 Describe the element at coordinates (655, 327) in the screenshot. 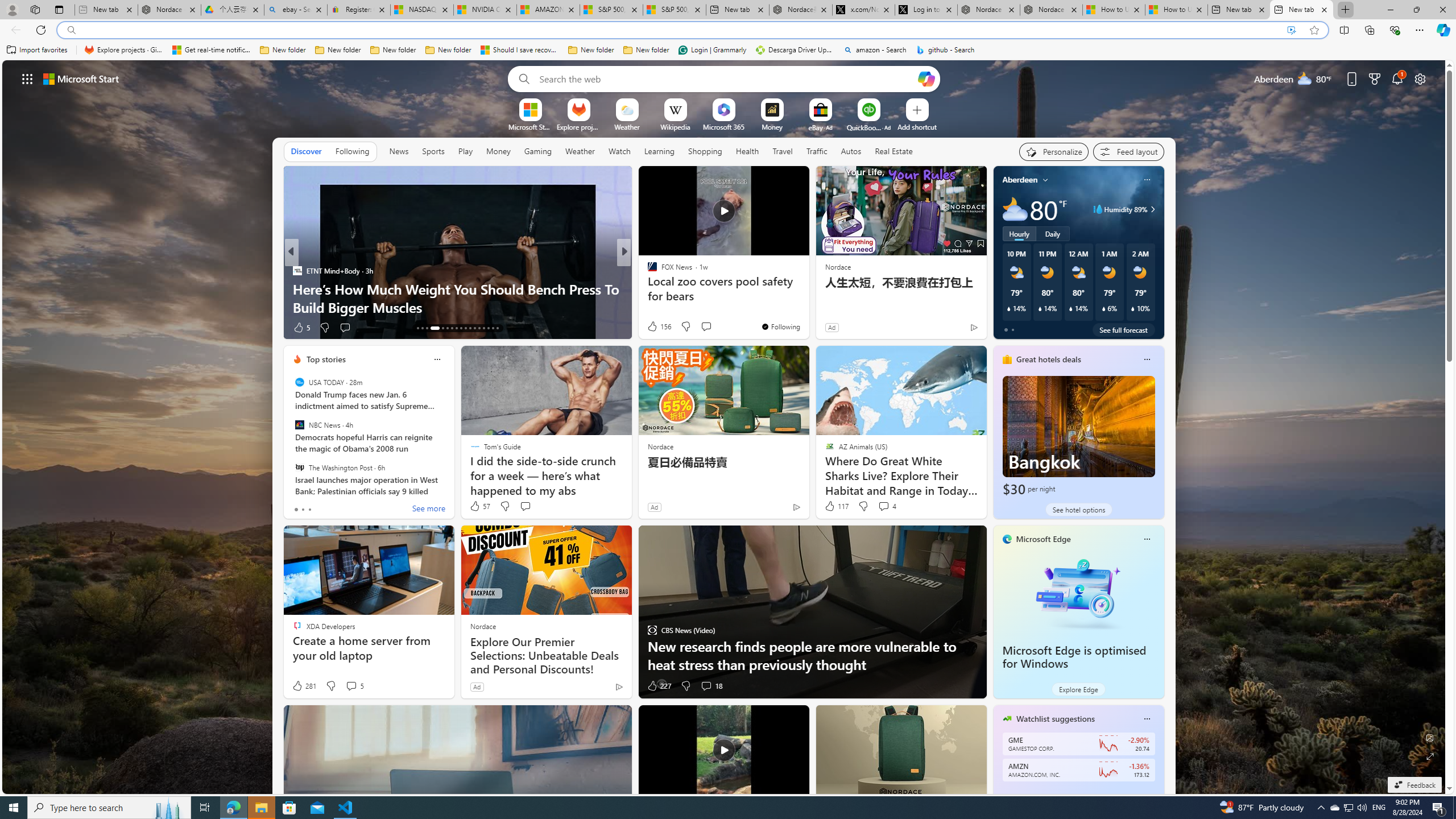

I see `'347 Like'` at that location.